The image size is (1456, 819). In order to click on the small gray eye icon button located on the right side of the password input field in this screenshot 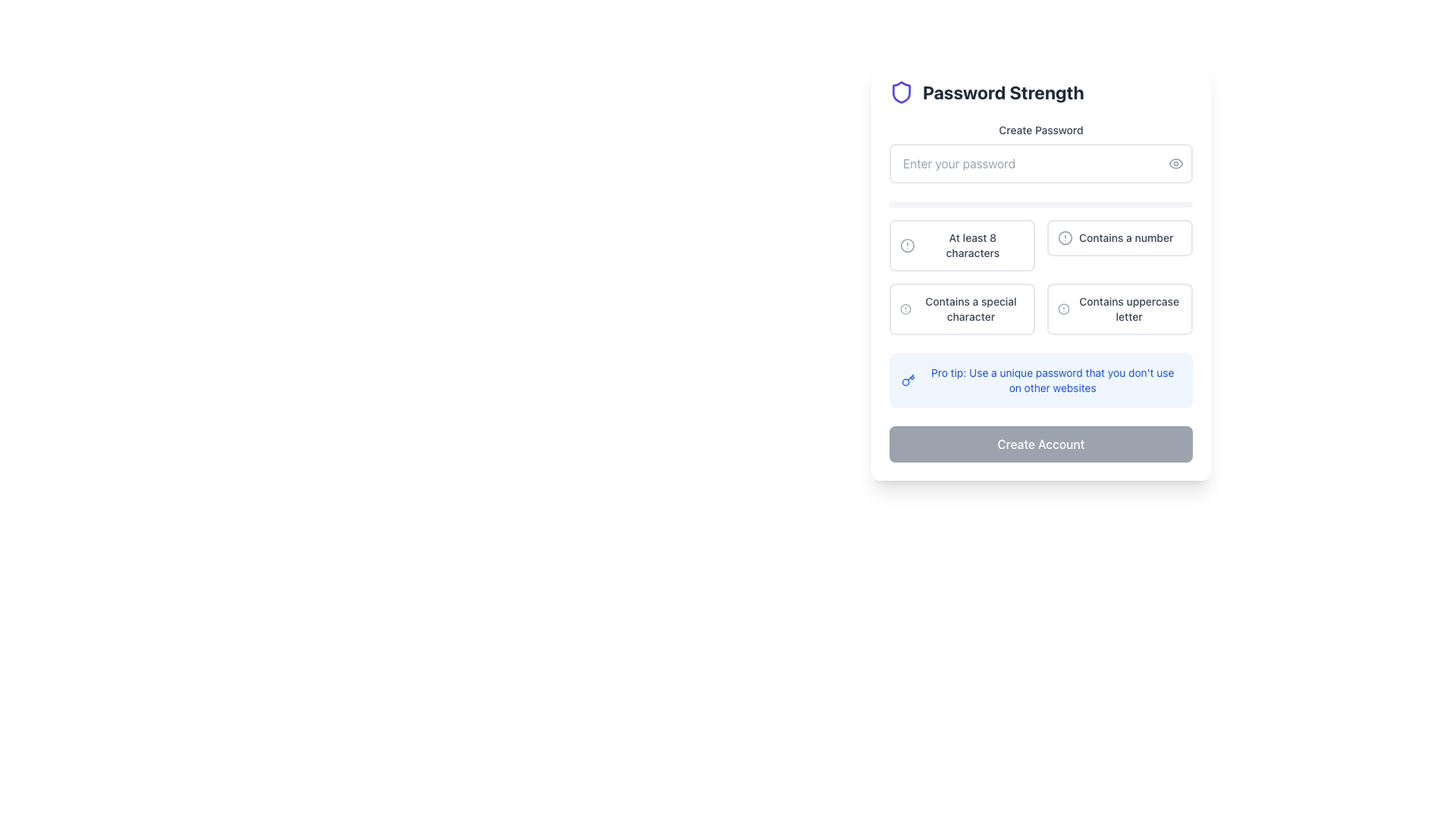, I will do `click(1175, 164)`.